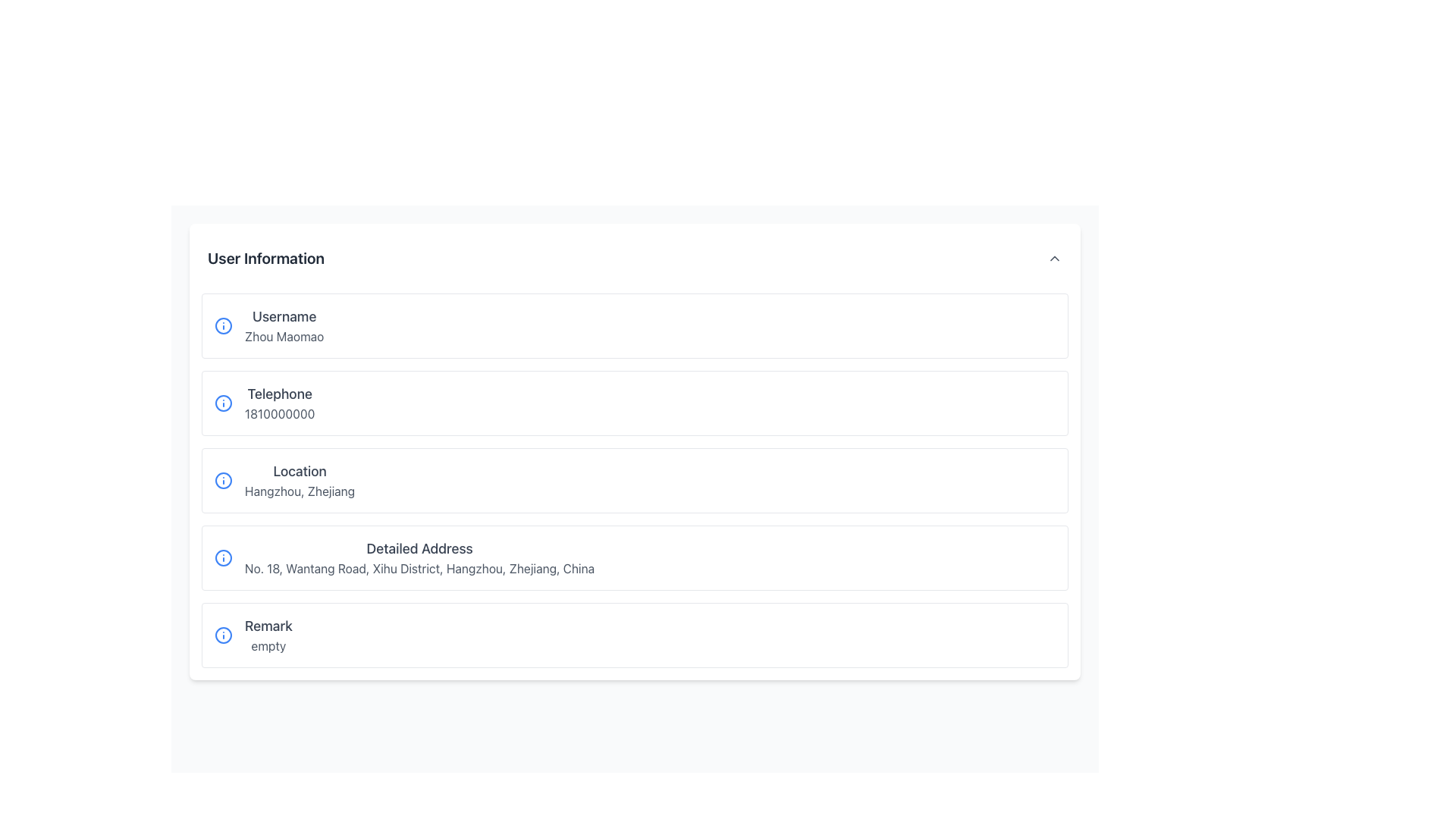 The height and width of the screenshot is (819, 1456). I want to click on the Text Display element that shows 'Location' in bold and 'Hangzhou, Zhejiang' below it, which is the third entry under the 'User Information' section, so click(300, 480).